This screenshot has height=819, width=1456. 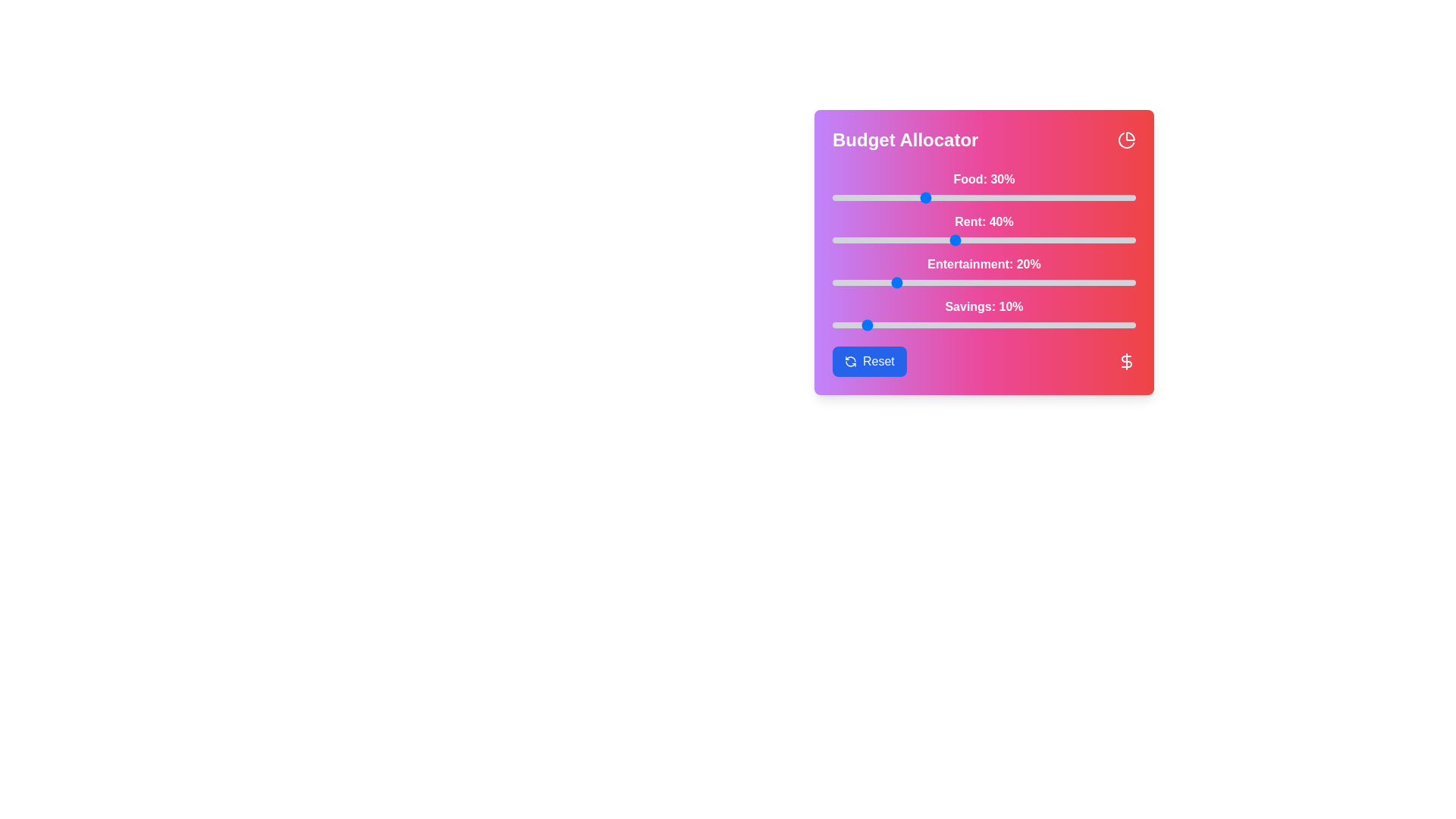 What do you see at coordinates (913, 283) in the screenshot?
I see `the slider value` at bounding box center [913, 283].